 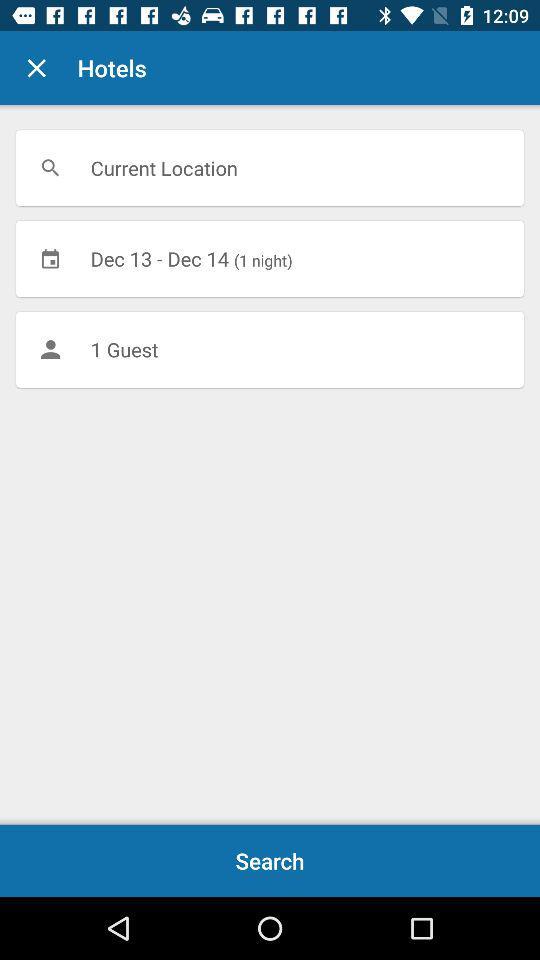 What do you see at coordinates (270, 167) in the screenshot?
I see `icon above the dec 13 dec icon` at bounding box center [270, 167].